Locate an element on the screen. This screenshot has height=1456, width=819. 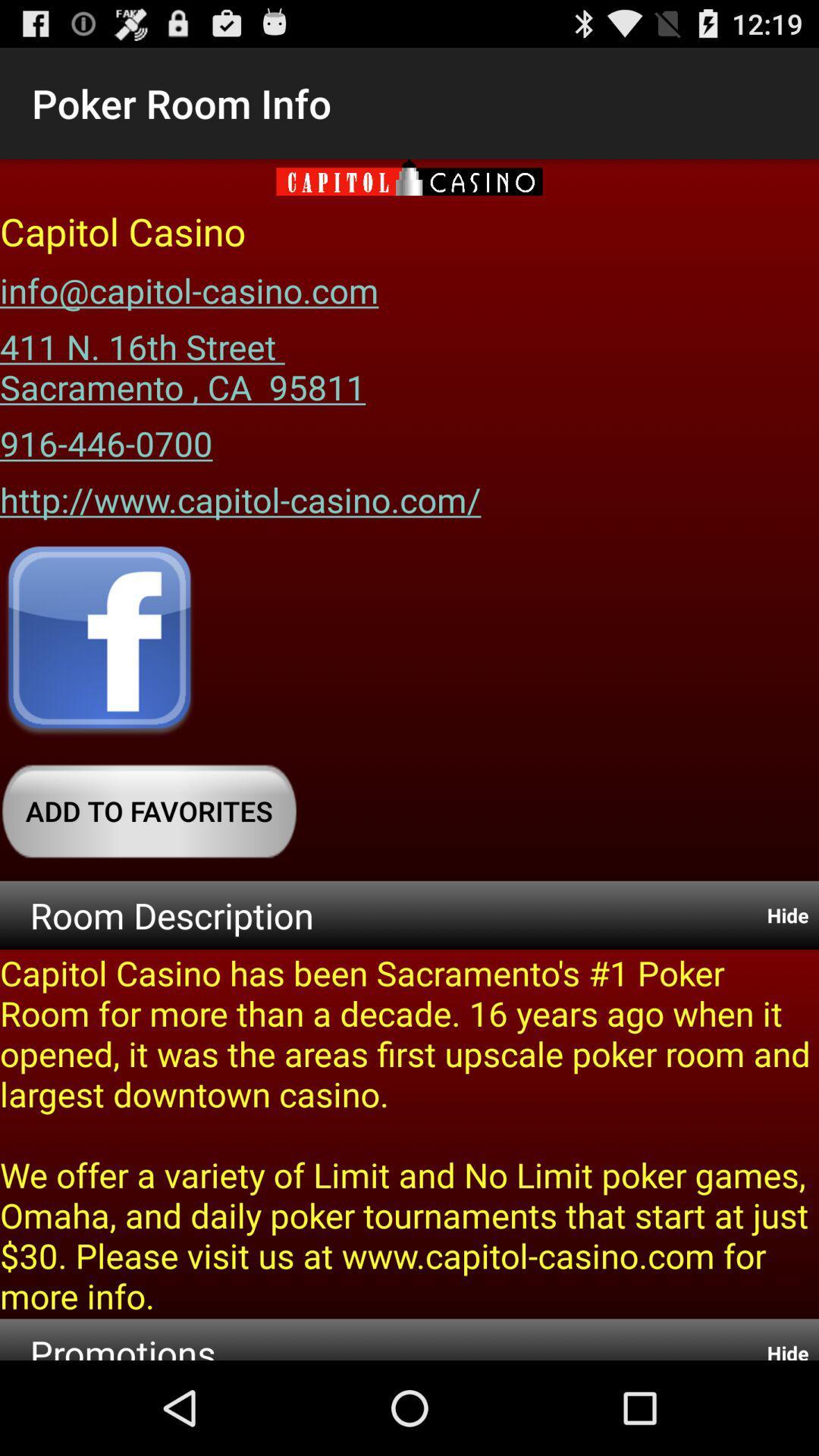
the add to favorites button is located at coordinates (149, 810).